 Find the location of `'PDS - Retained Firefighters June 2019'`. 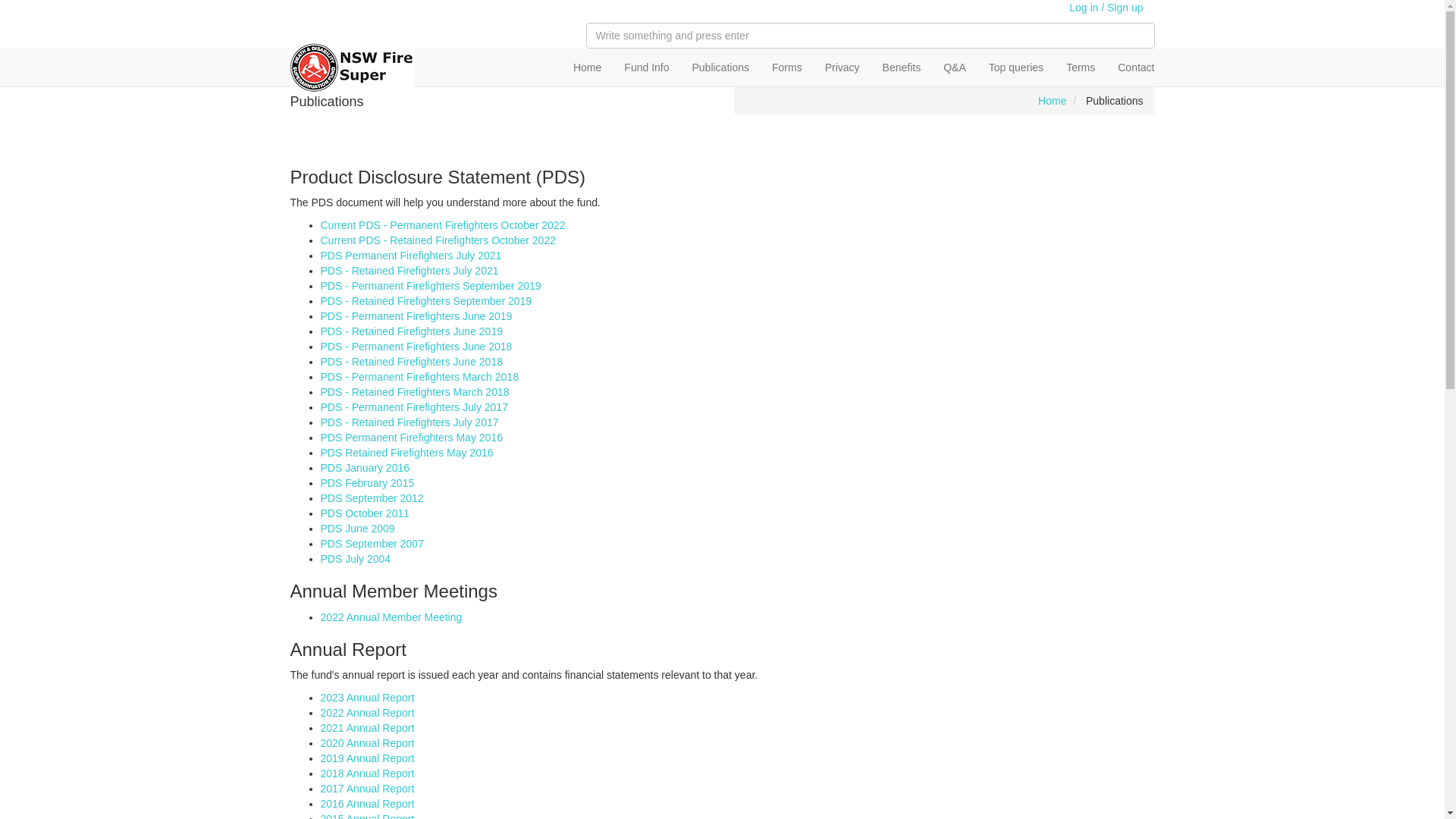

'PDS - Retained Firefighters June 2019' is located at coordinates (411, 330).